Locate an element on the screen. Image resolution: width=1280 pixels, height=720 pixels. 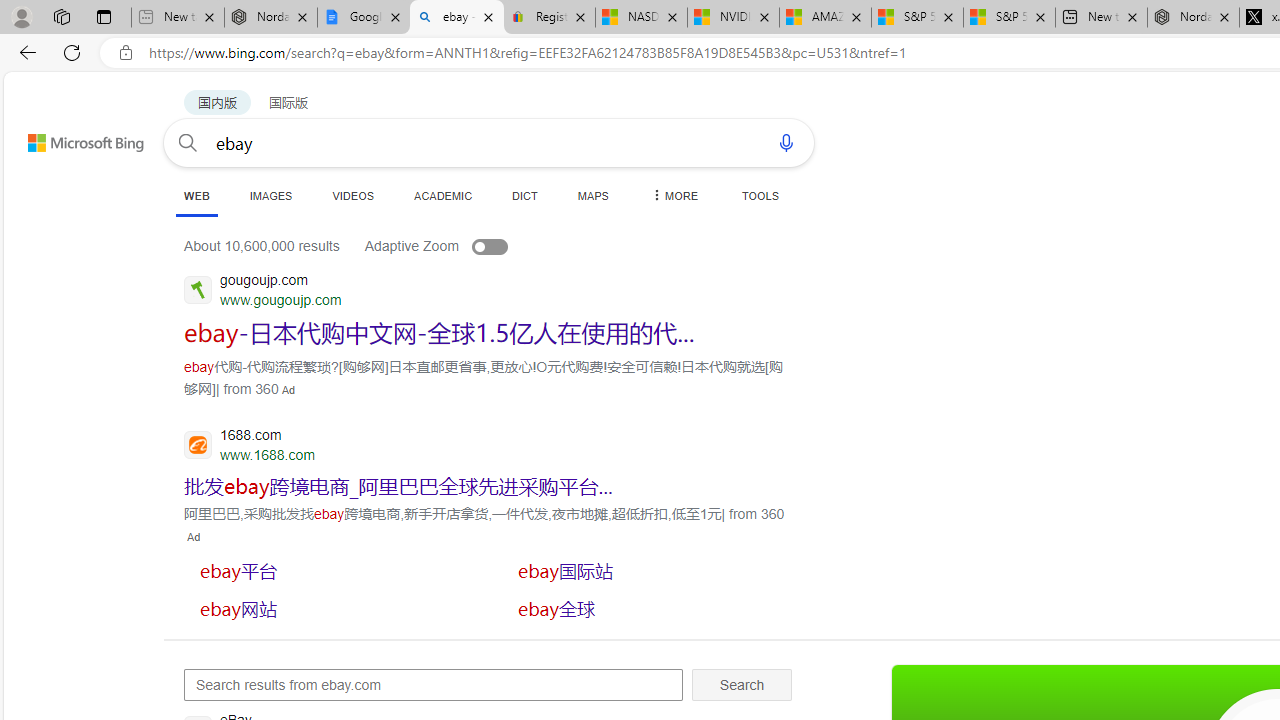
'TOOLS' is located at coordinates (759, 195).